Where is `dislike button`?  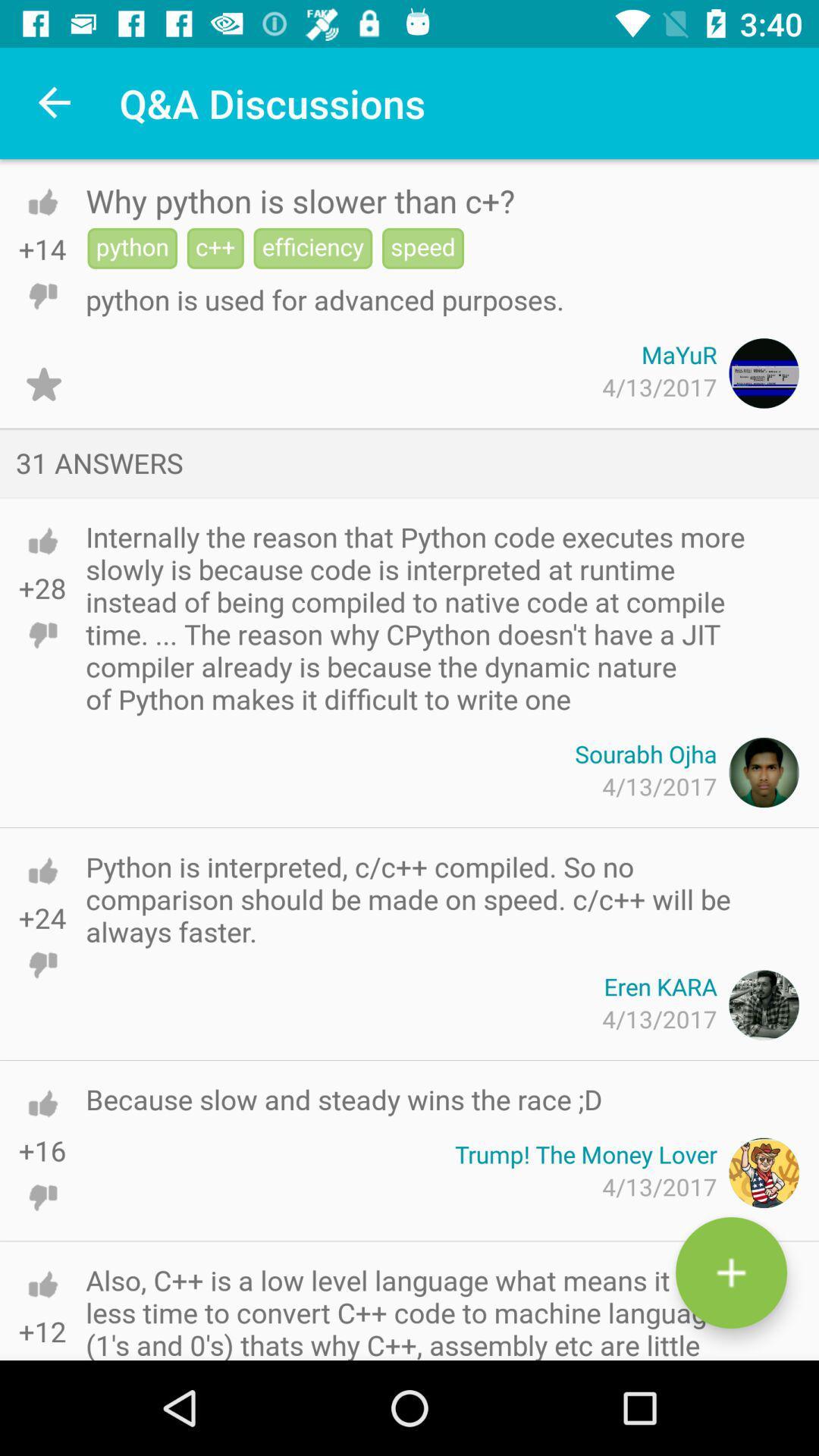 dislike button is located at coordinates (42, 964).